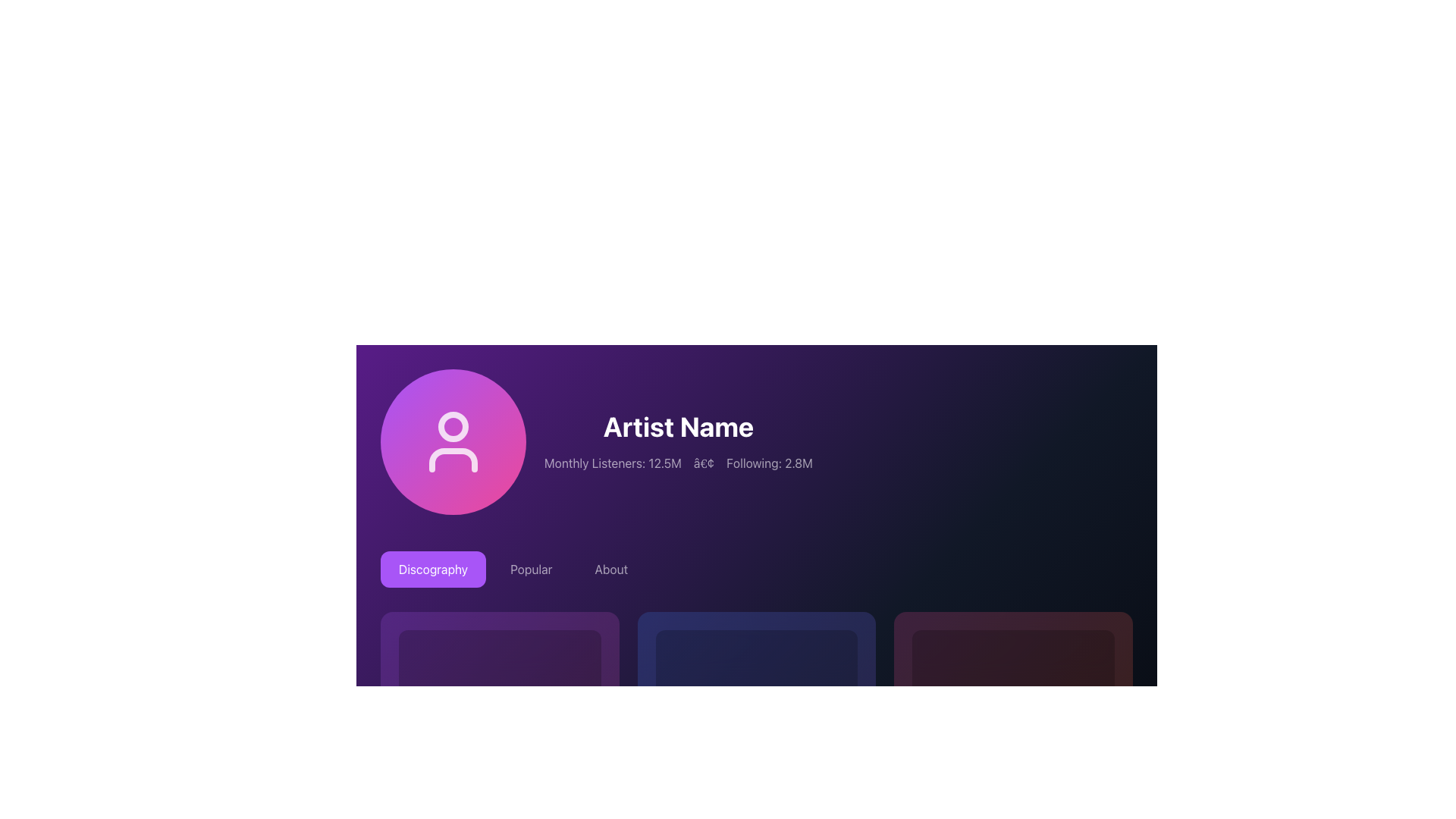 This screenshot has width=1456, height=819. I want to click on the graphical element (circle) that is part of the user profile icon, located to the left of the text 'Artist Name', so click(453, 427).